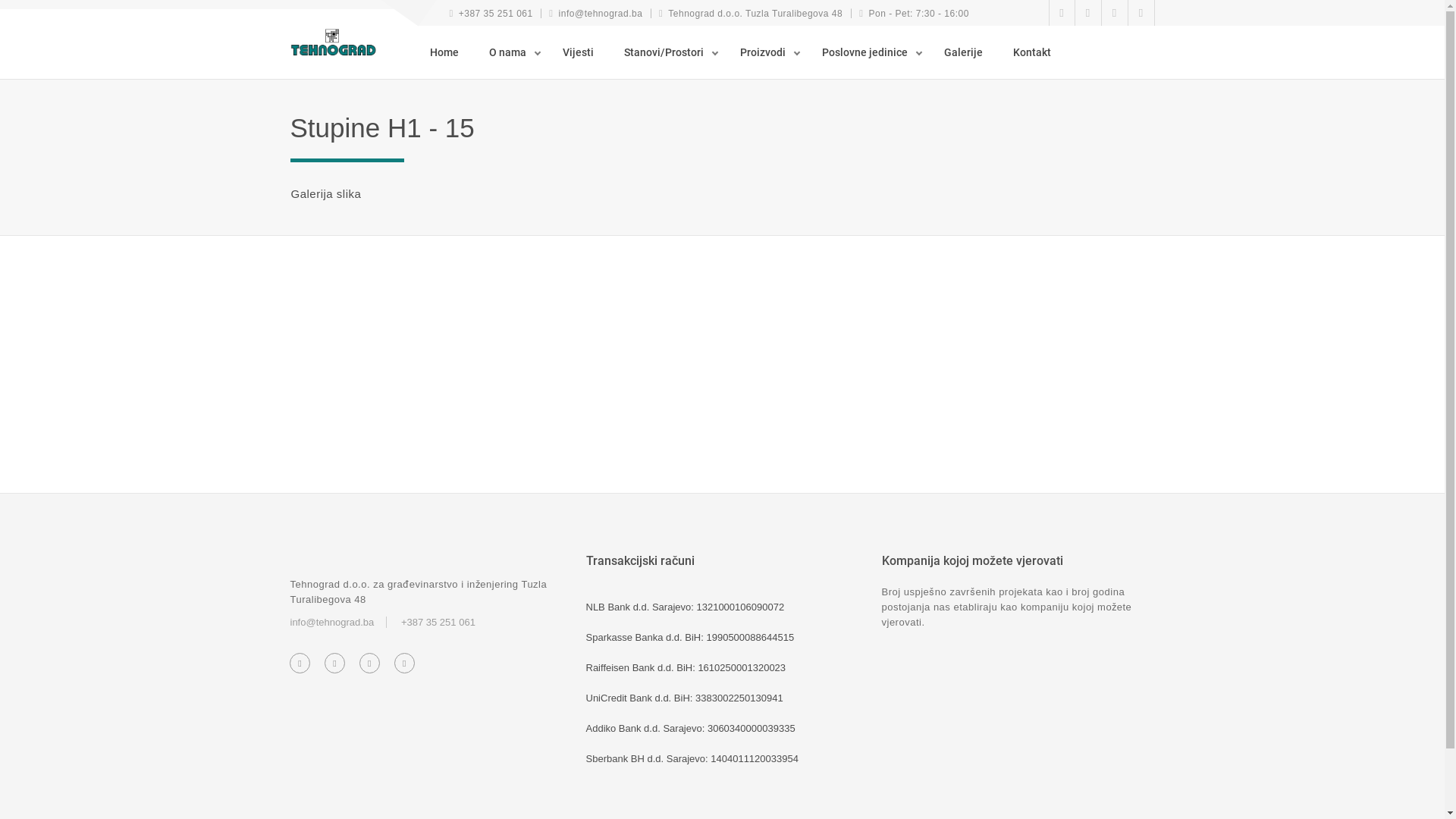 The width and height of the screenshot is (1456, 819). Describe the element at coordinates (514, 52) in the screenshot. I see `'O nama'` at that location.